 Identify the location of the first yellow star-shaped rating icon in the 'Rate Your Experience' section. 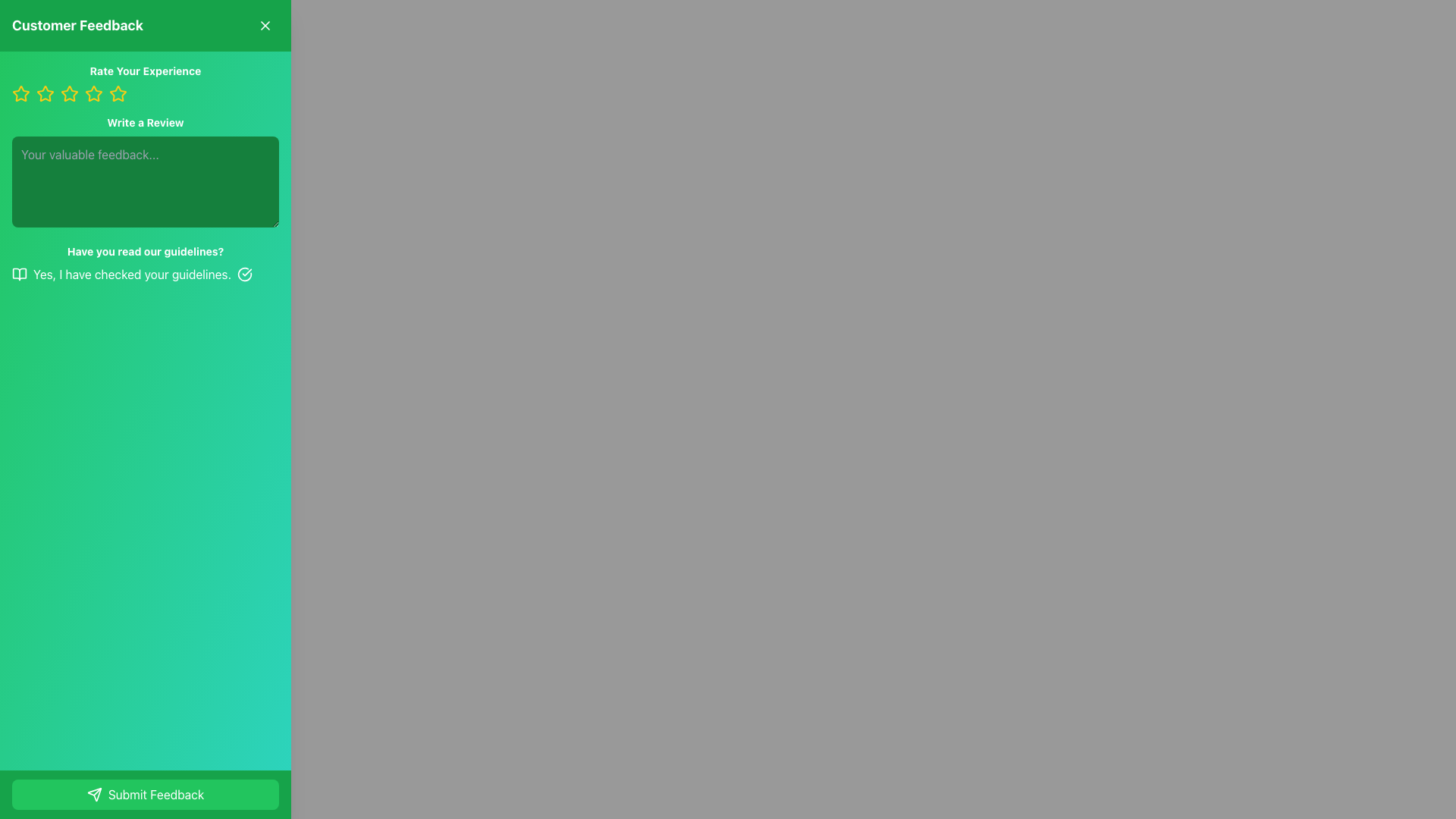
(21, 93).